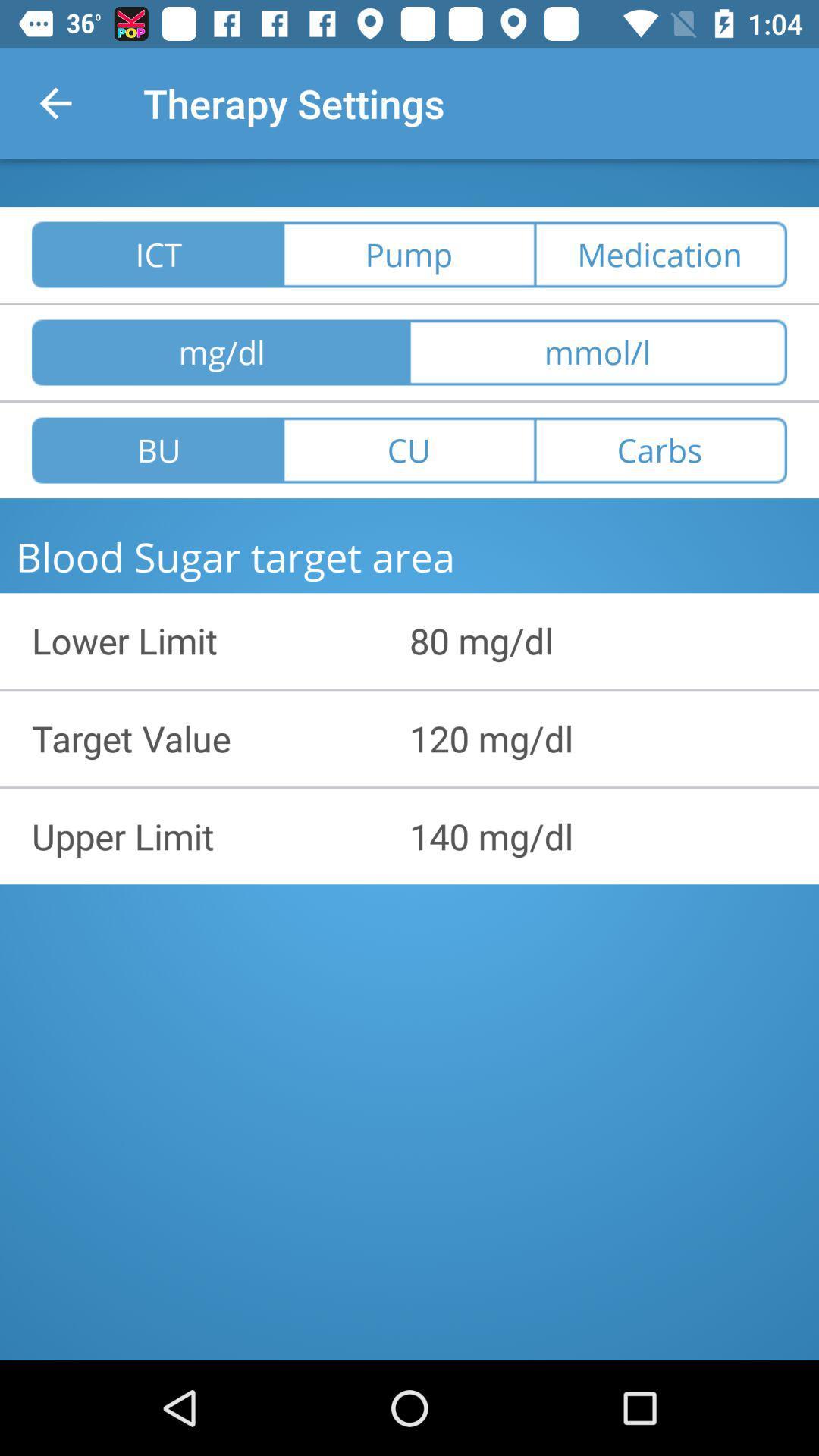 This screenshot has width=819, height=1456. What do you see at coordinates (408, 450) in the screenshot?
I see `the icon next to the carbs icon` at bounding box center [408, 450].